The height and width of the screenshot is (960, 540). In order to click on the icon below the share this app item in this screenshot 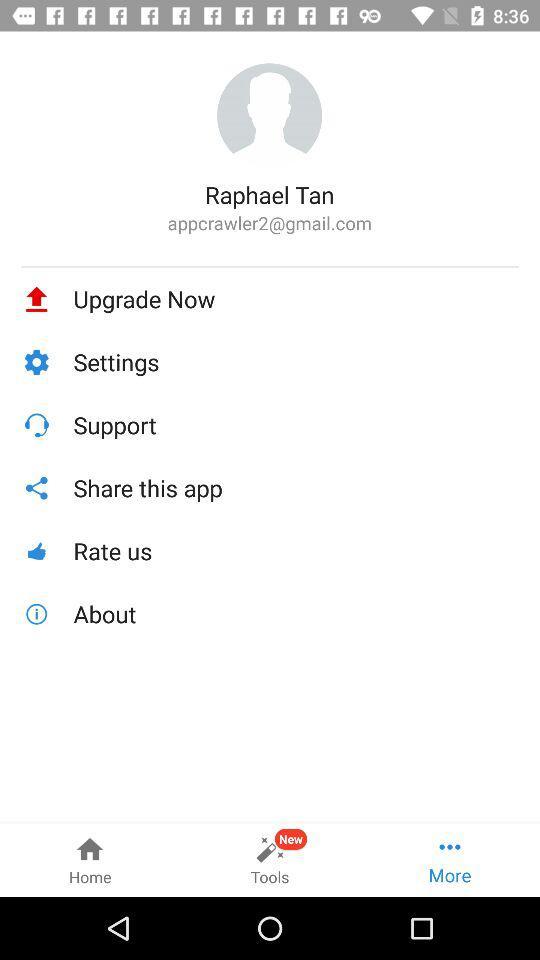, I will do `click(295, 551)`.